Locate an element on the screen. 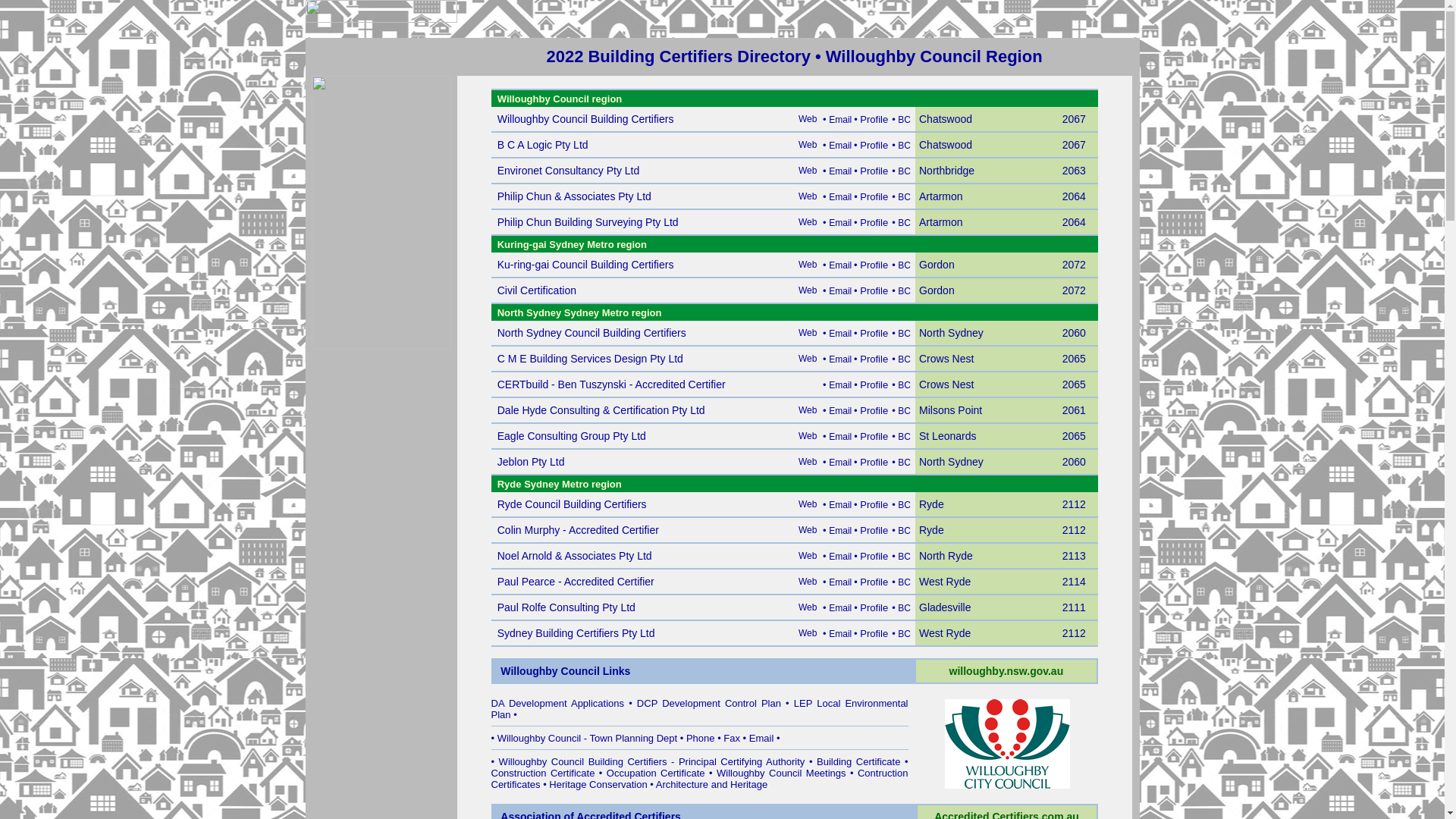  'DA Development Applications' is located at coordinates (557, 703).